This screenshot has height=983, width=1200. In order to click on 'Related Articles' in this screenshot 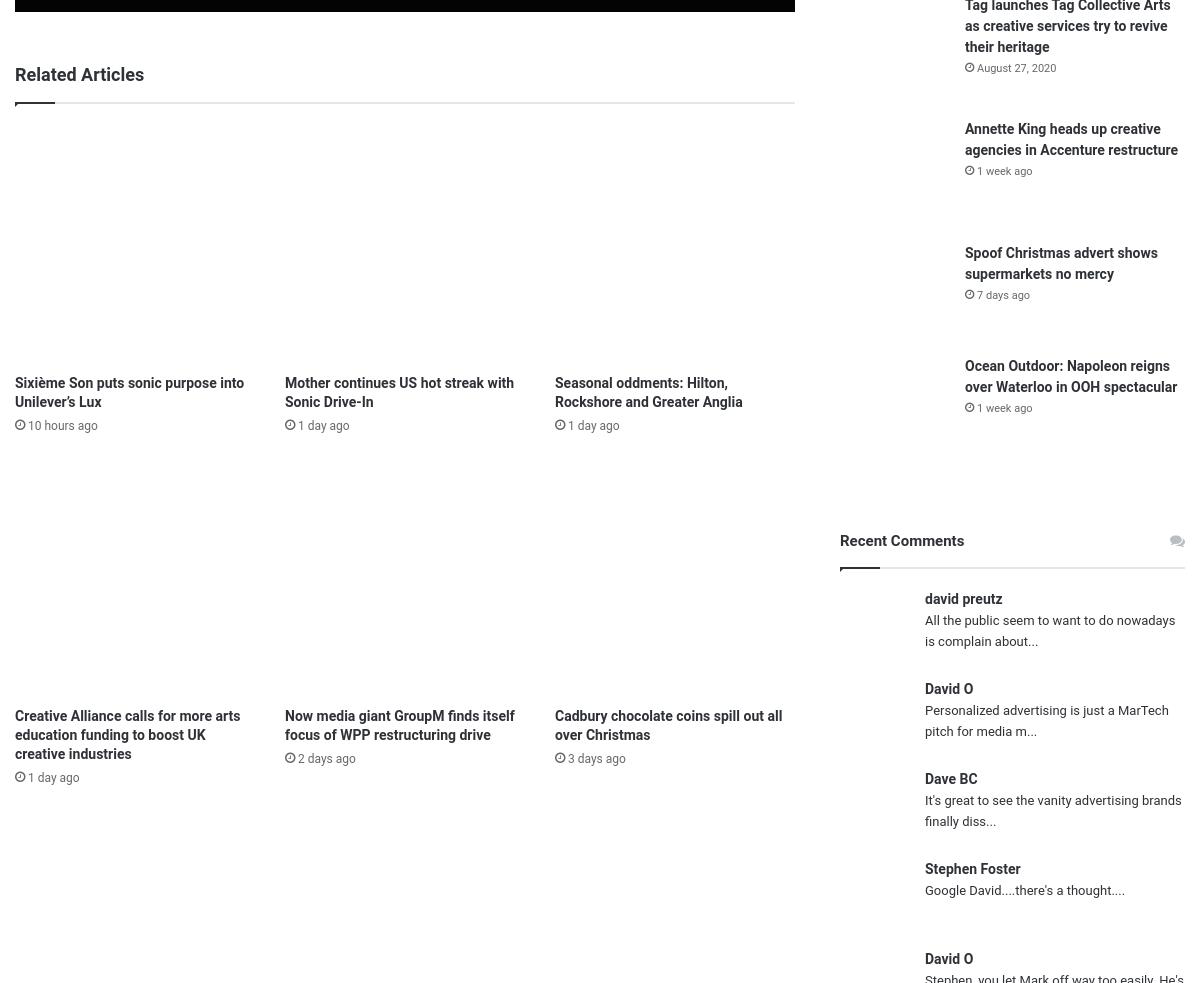, I will do `click(79, 73)`.